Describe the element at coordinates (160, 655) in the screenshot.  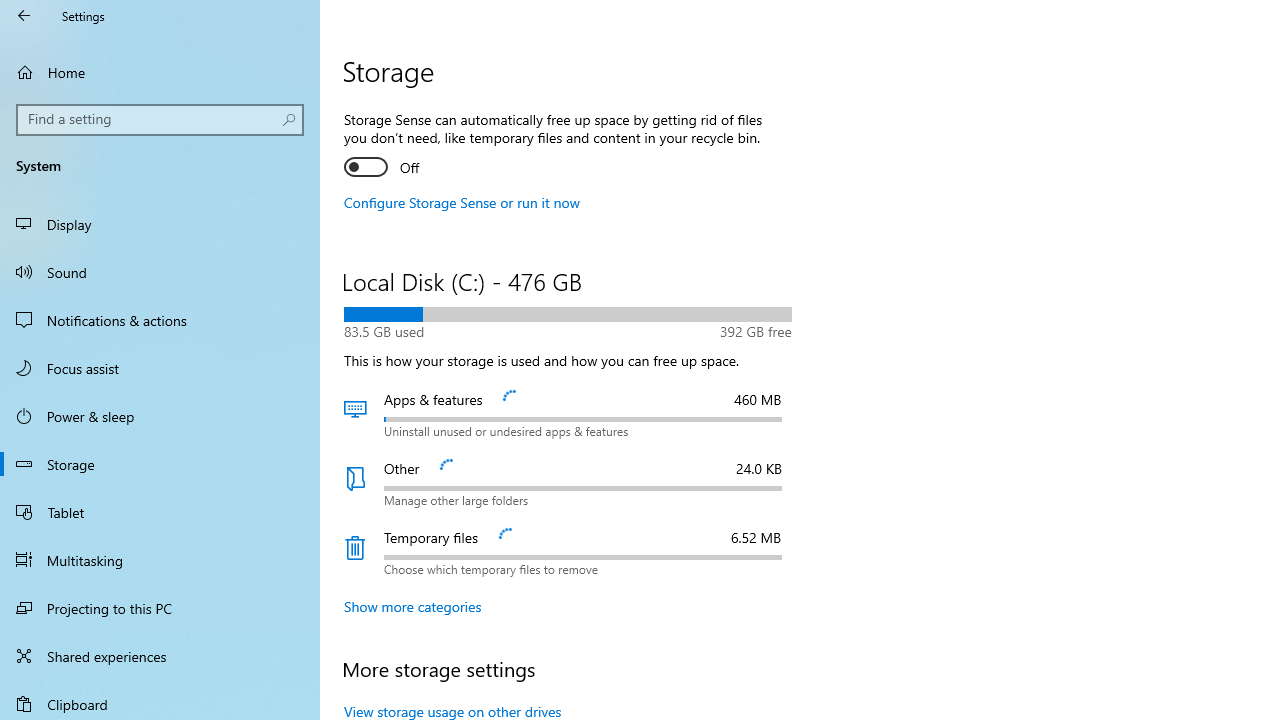
I see `'Shared experiences'` at that location.